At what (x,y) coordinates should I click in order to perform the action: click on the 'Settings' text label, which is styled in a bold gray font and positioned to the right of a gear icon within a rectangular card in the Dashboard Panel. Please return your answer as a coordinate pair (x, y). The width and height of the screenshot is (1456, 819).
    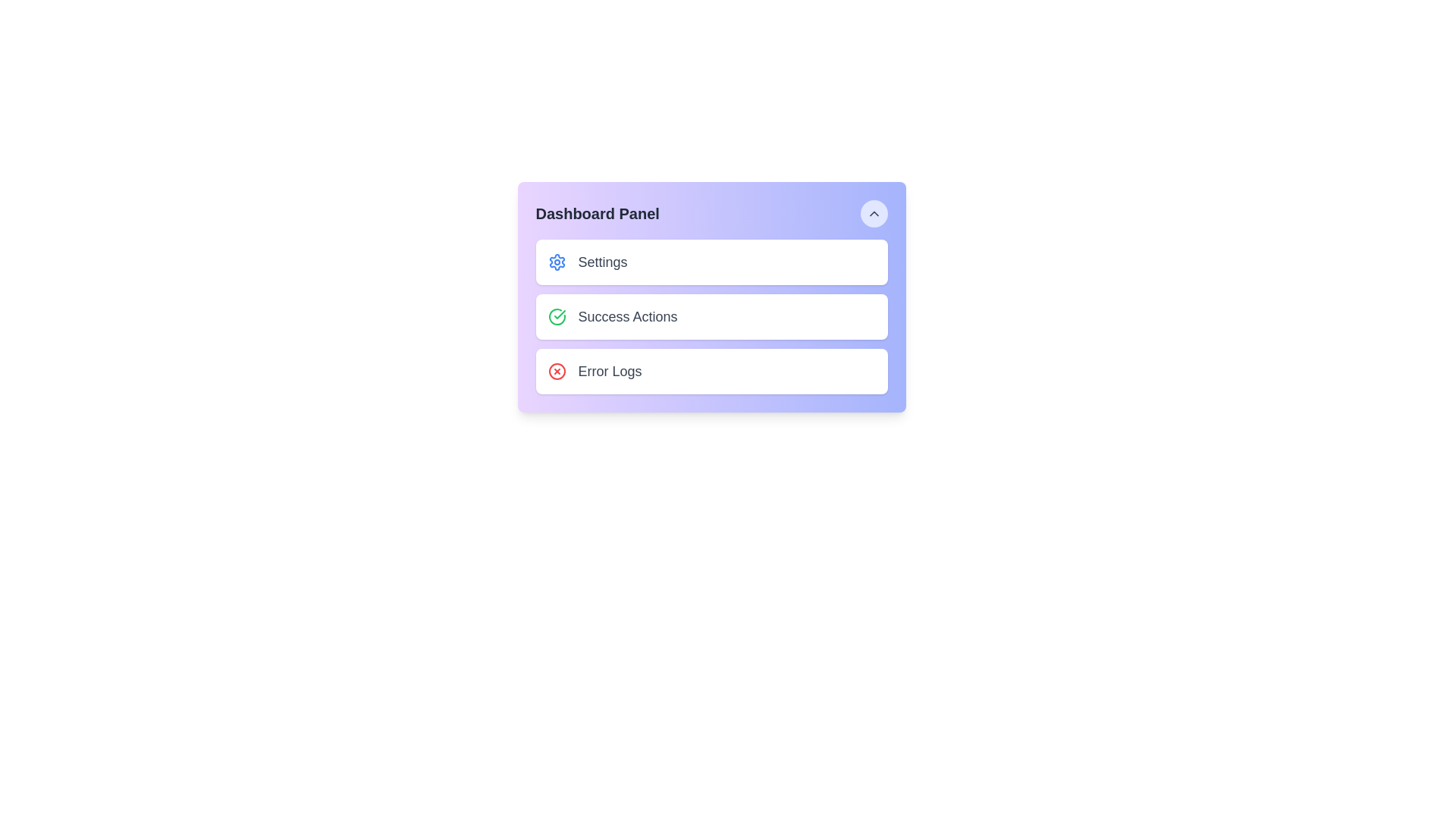
    Looking at the image, I should click on (602, 262).